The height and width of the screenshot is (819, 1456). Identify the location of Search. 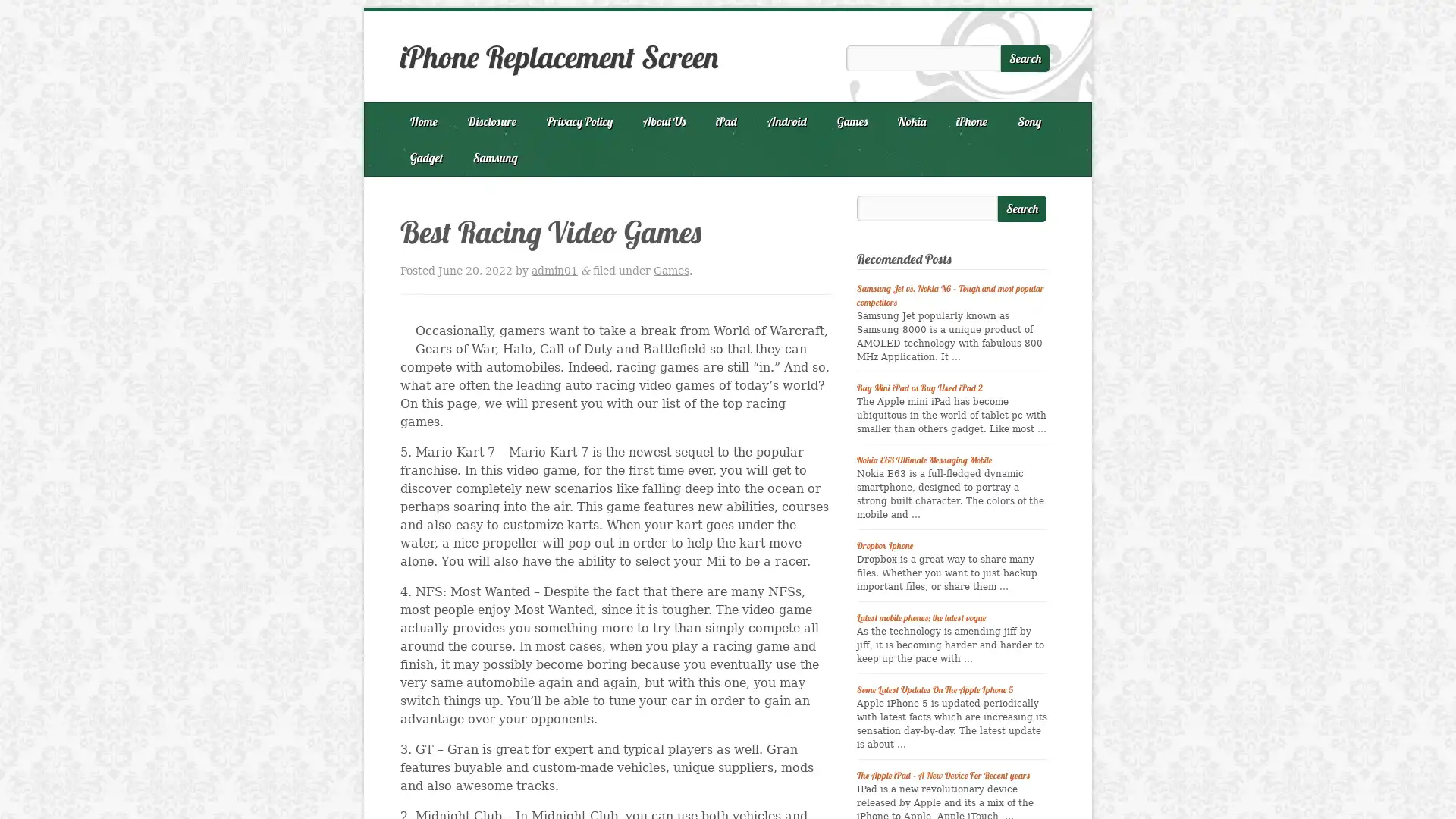
(1022, 209).